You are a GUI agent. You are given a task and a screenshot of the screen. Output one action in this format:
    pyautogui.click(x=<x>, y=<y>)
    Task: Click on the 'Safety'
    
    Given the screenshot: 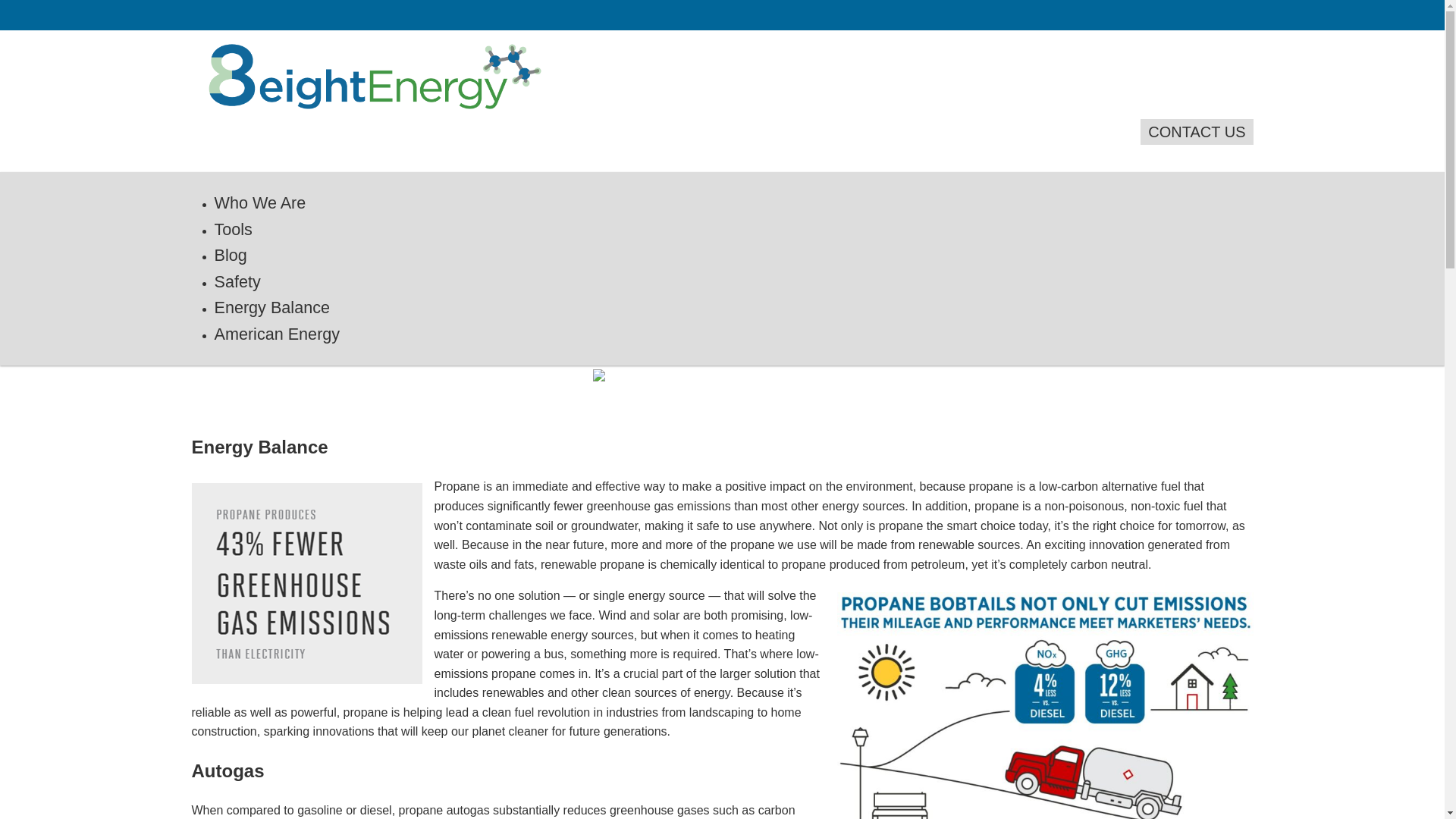 What is the action you would take?
    pyautogui.click(x=236, y=281)
    